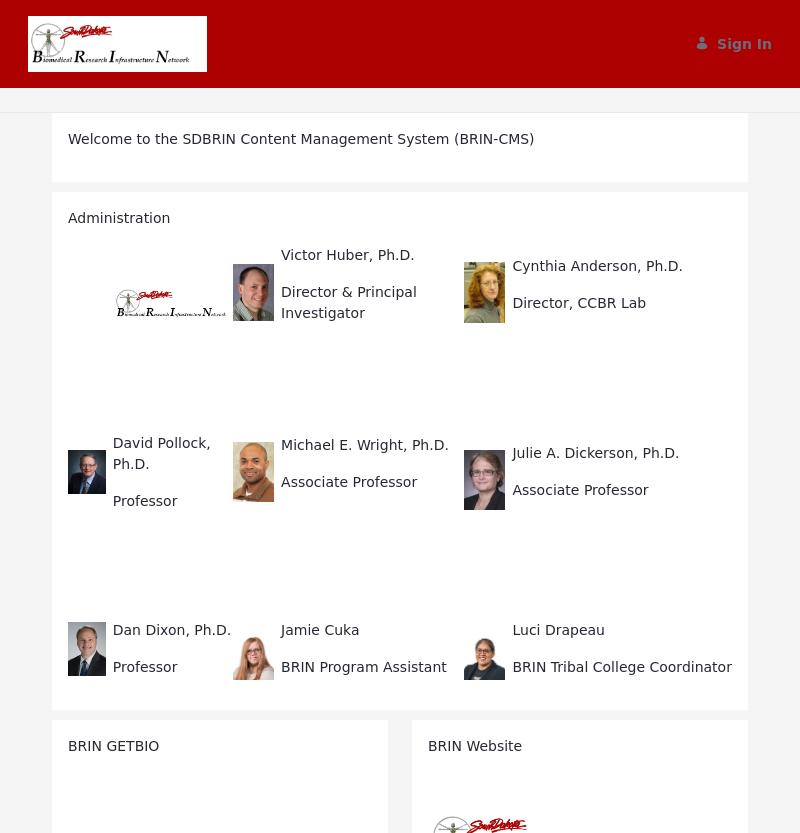 The width and height of the screenshot is (800, 833). What do you see at coordinates (363, 665) in the screenshot?
I see `'BRIN Program Assistant'` at bounding box center [363, 665].